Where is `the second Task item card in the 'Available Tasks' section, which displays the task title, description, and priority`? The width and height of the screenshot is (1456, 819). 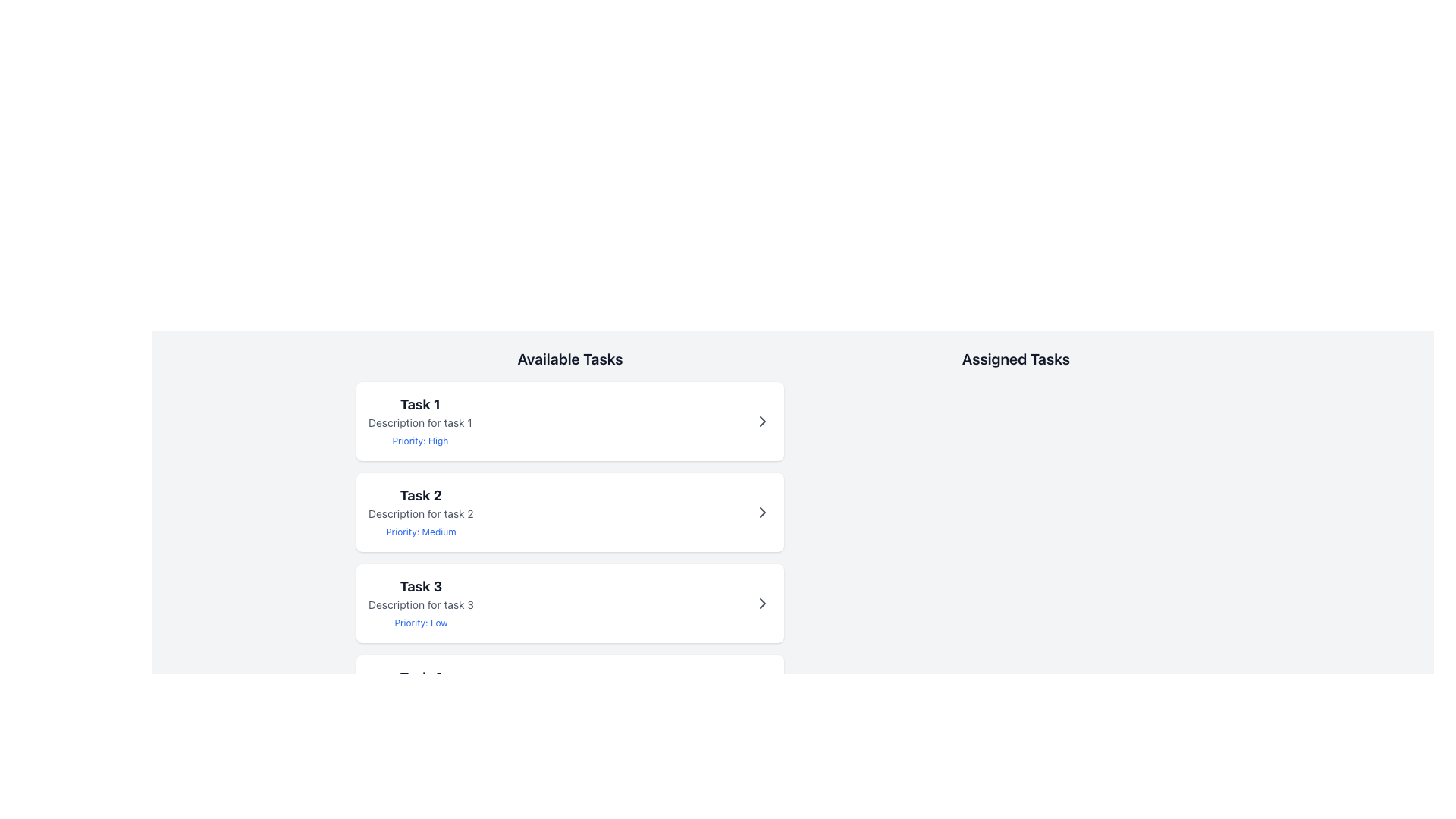 the second Task item card in the 'Available Tasks' section, which displays the task title, description, and priority is located at coordinates (570, 512).